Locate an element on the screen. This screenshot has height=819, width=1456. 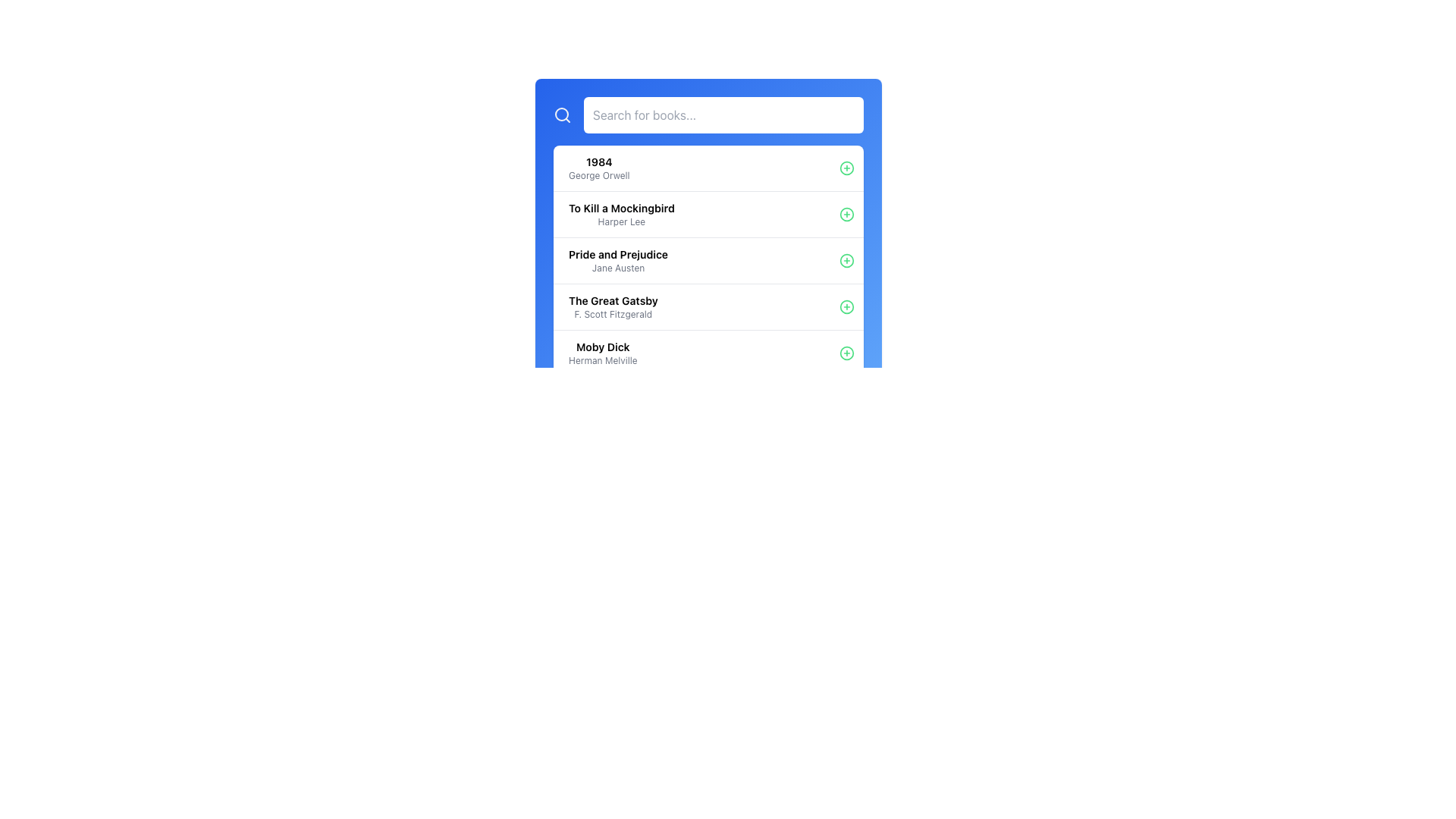
the circular green outlined button with a '+' symbol located to the right of the '1984 - George Orwell' list item is located at coordinates (846, 168).